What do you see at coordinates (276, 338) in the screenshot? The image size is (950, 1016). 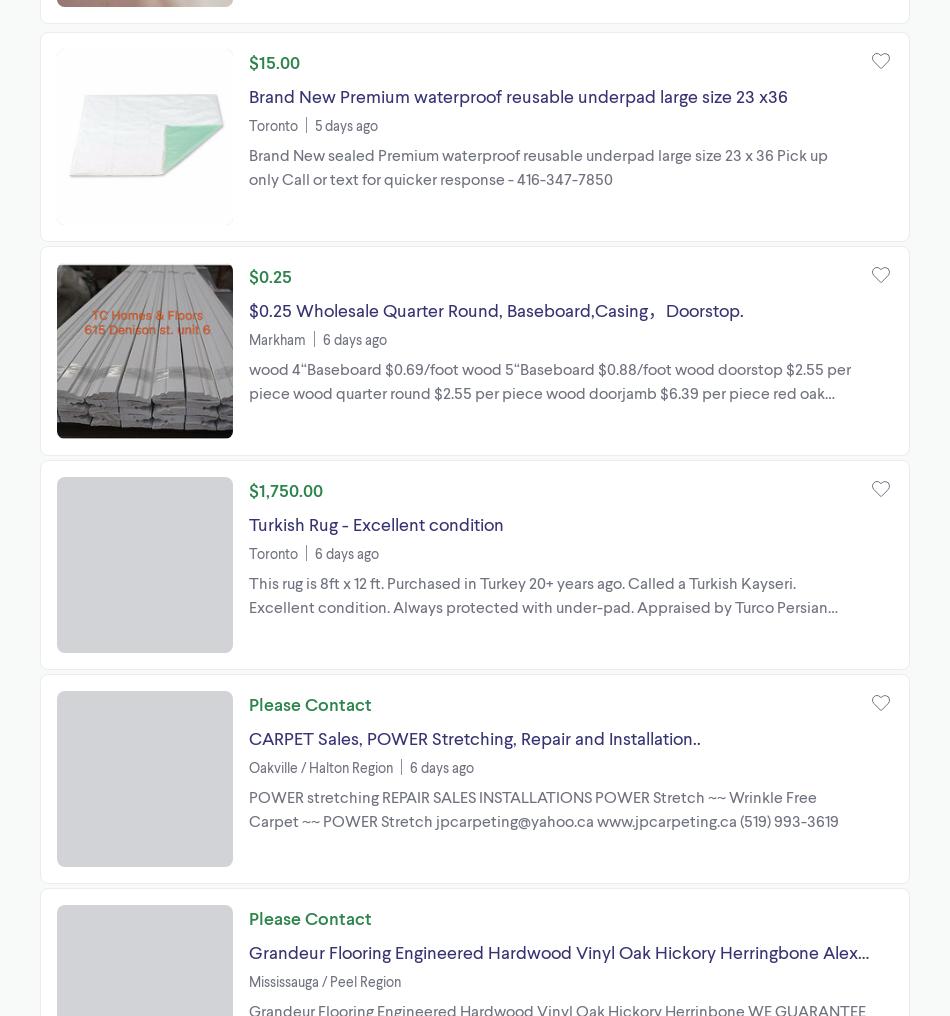 I see `'Markham'` at bounding box center [276, 338].